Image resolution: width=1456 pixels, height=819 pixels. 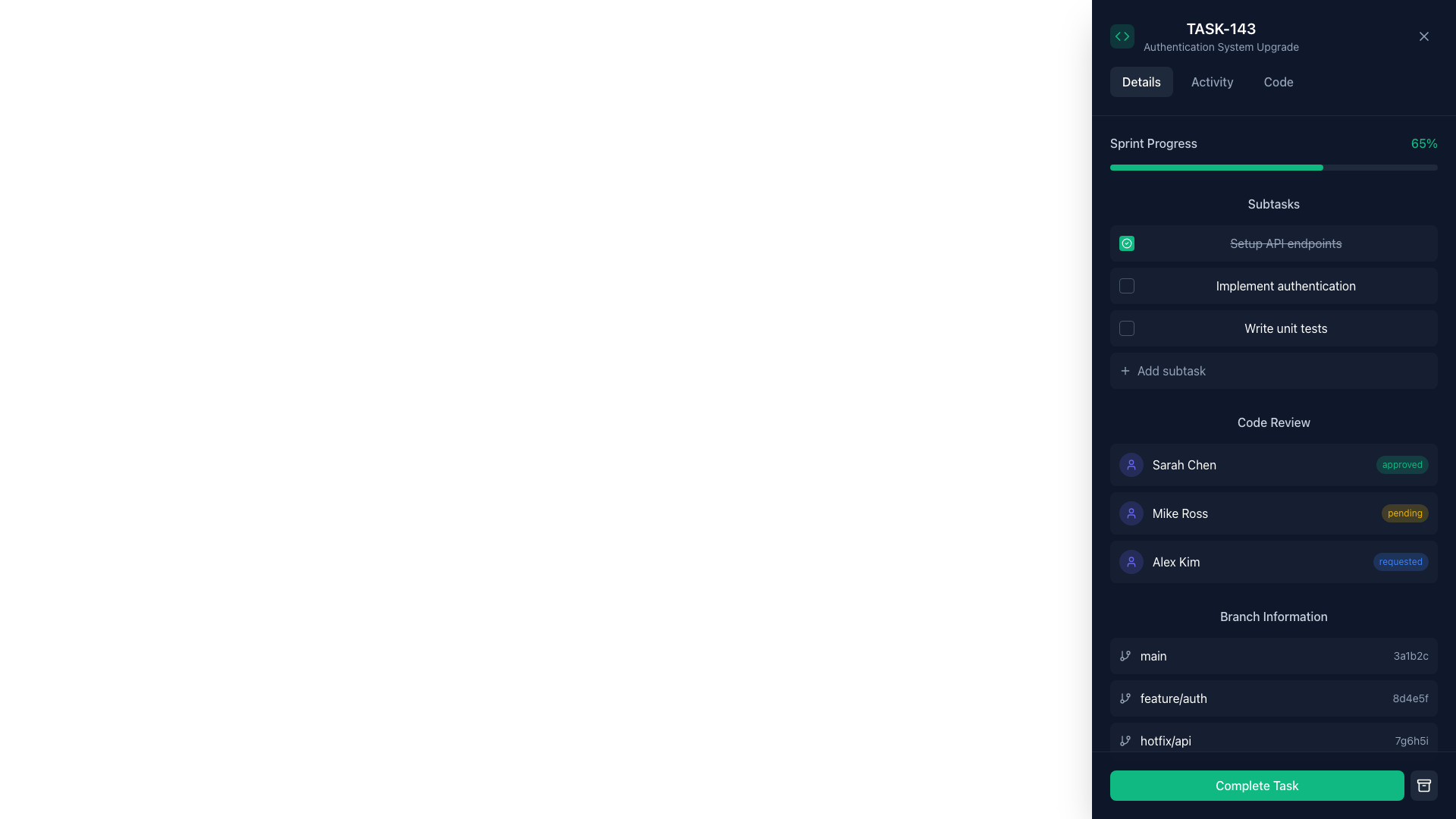 What do you see at coordinates (1163, 513) in the screenshot?
I see `the list item containing the icon and text 'Mike Ross' in the 'Code Review' section of the sidebar` at bounding box center [1163, 513].